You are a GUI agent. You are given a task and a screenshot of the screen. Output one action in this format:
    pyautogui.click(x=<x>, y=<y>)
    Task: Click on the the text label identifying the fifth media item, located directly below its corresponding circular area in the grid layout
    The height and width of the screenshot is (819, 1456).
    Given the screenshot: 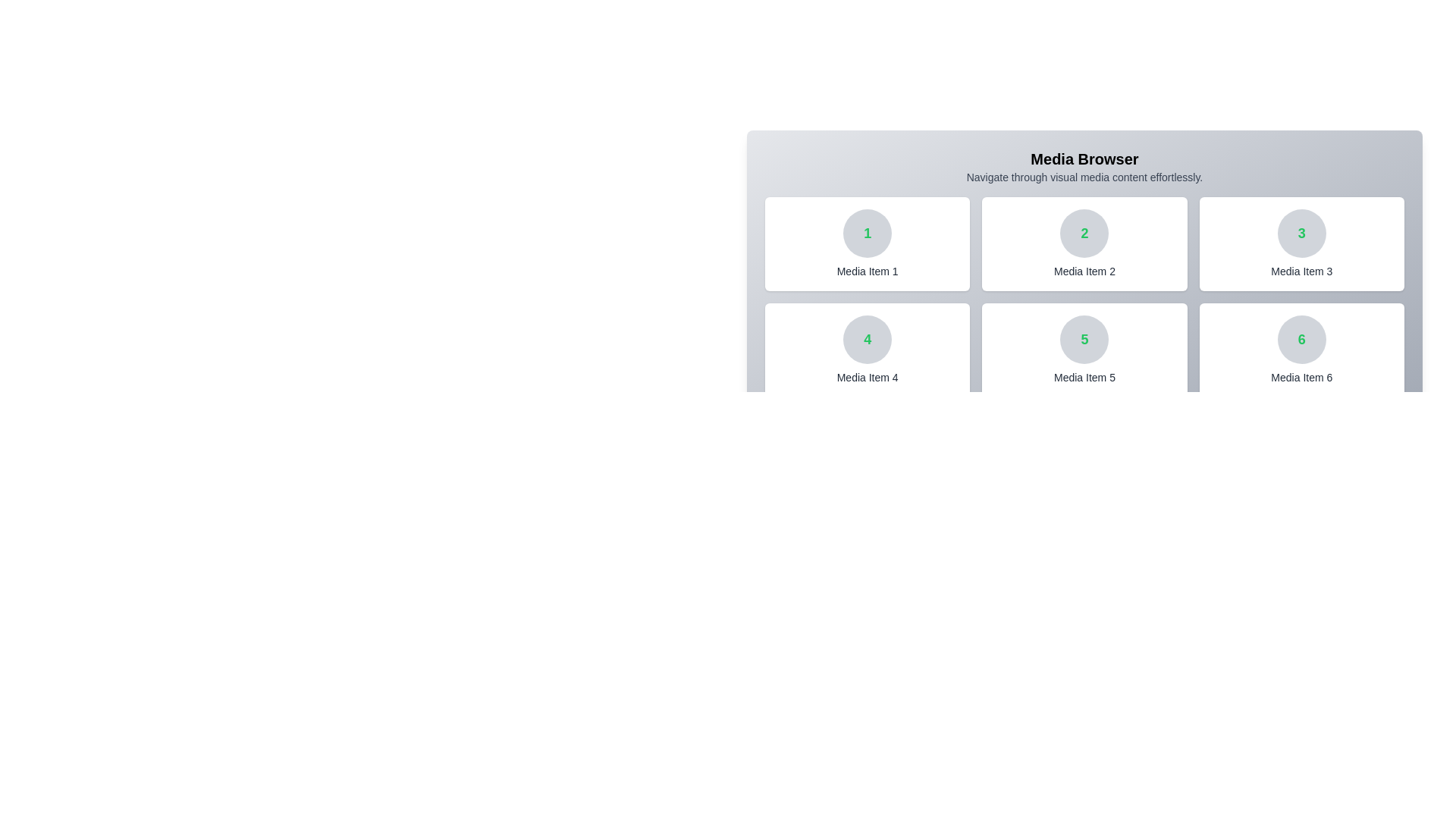 What is the action you would take?
    pyautogui.click(x=1084, y=376)
    